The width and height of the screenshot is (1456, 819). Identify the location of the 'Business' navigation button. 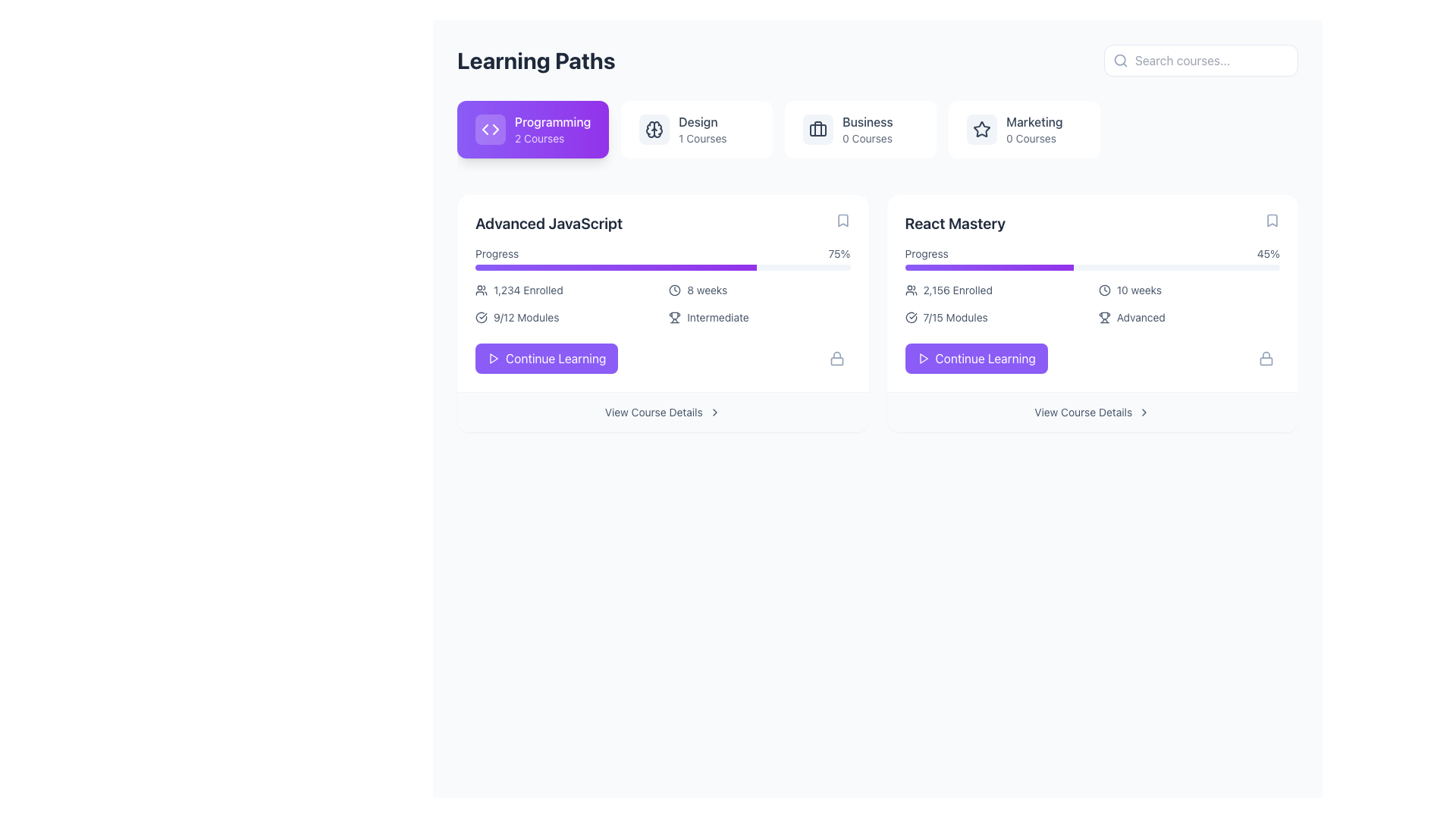
(861, 128).